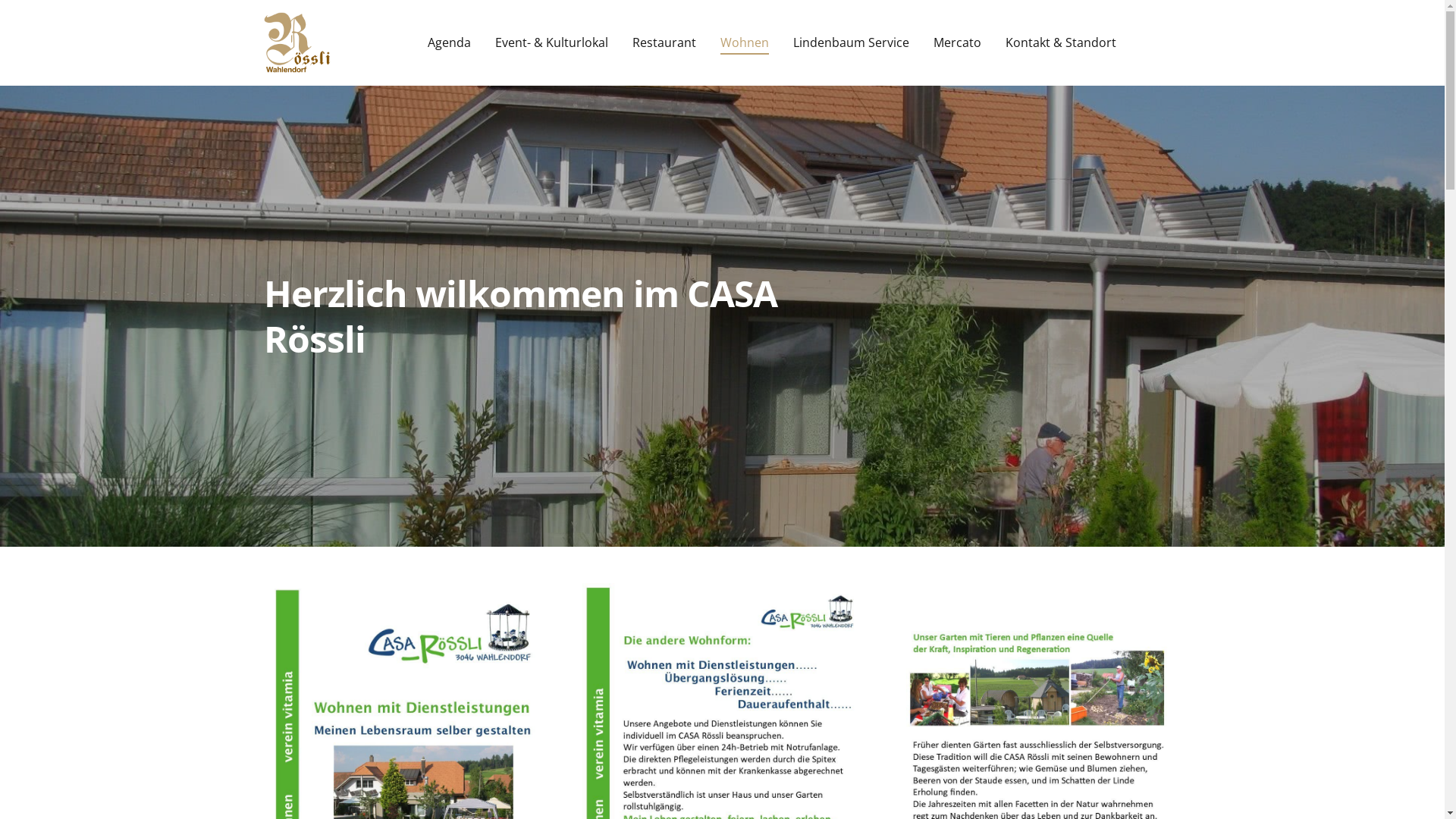  Describe the element at coordinates (448, 42) in the screenshot. I see `'Agenda'` at that location.